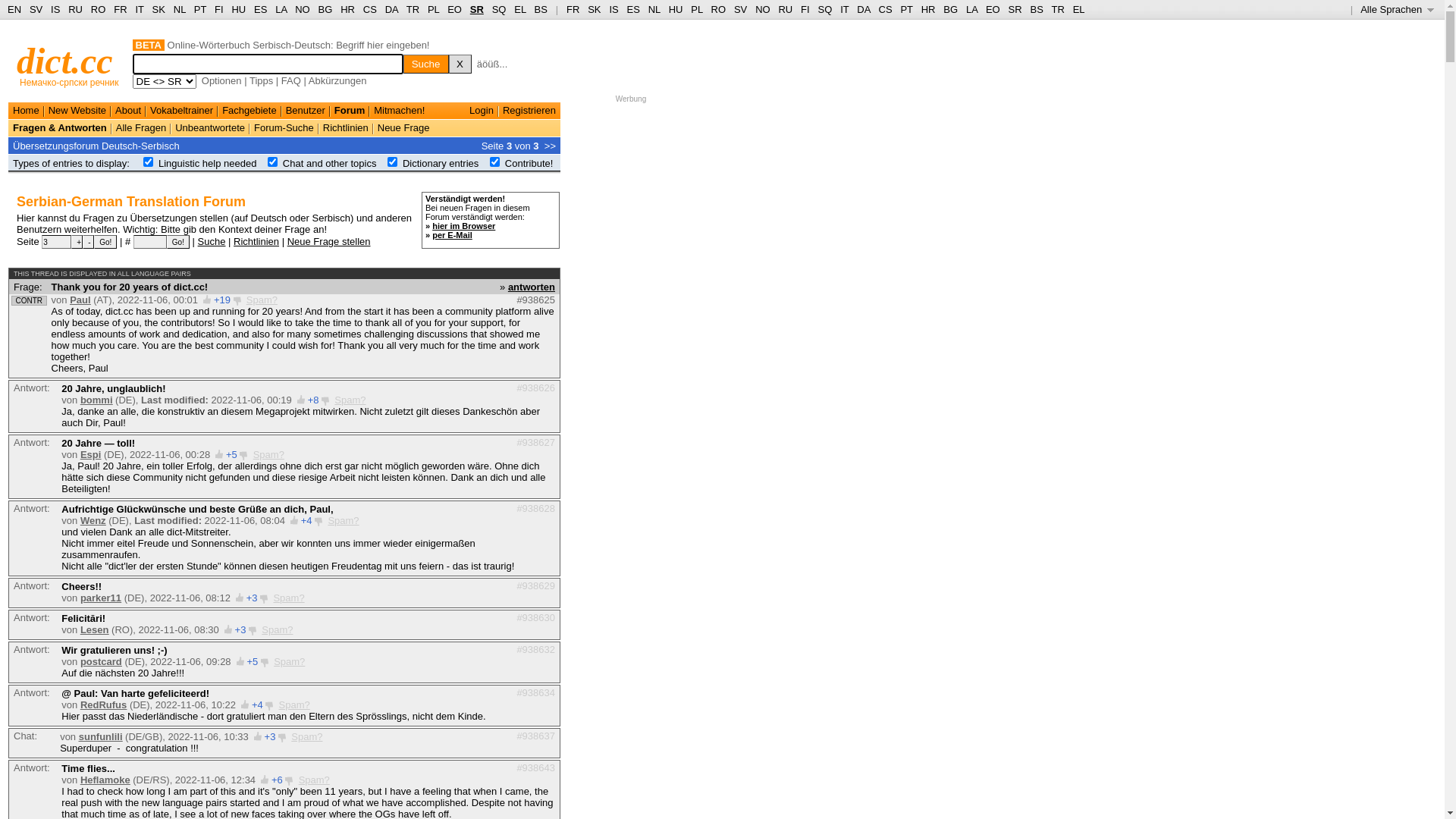 This screenshot has height=819, width=1456. I want to click on 'Neue Frage', so click(403, 127).